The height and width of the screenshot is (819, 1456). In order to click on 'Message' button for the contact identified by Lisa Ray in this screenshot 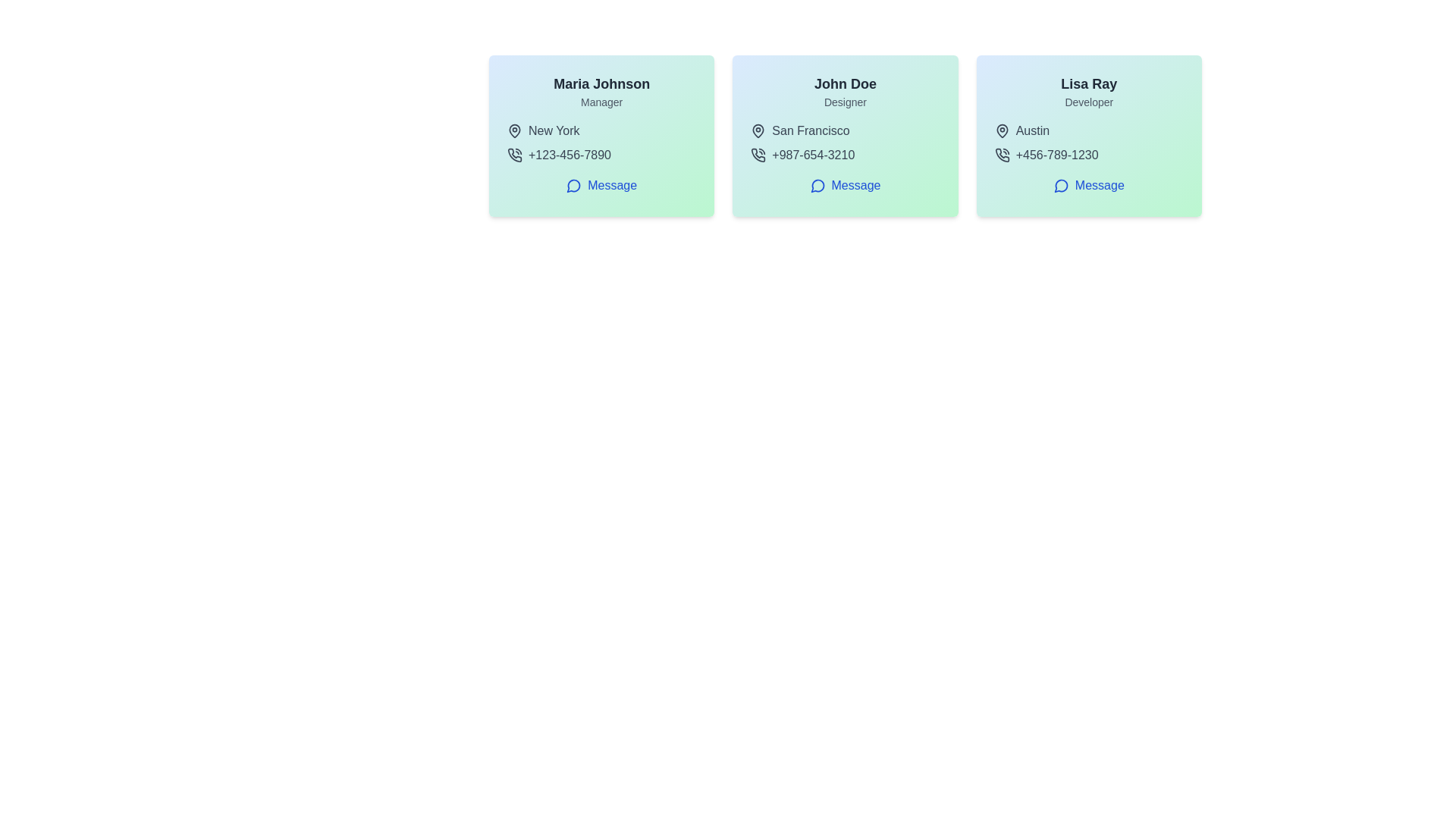, I will do `click(1088, 185)`.